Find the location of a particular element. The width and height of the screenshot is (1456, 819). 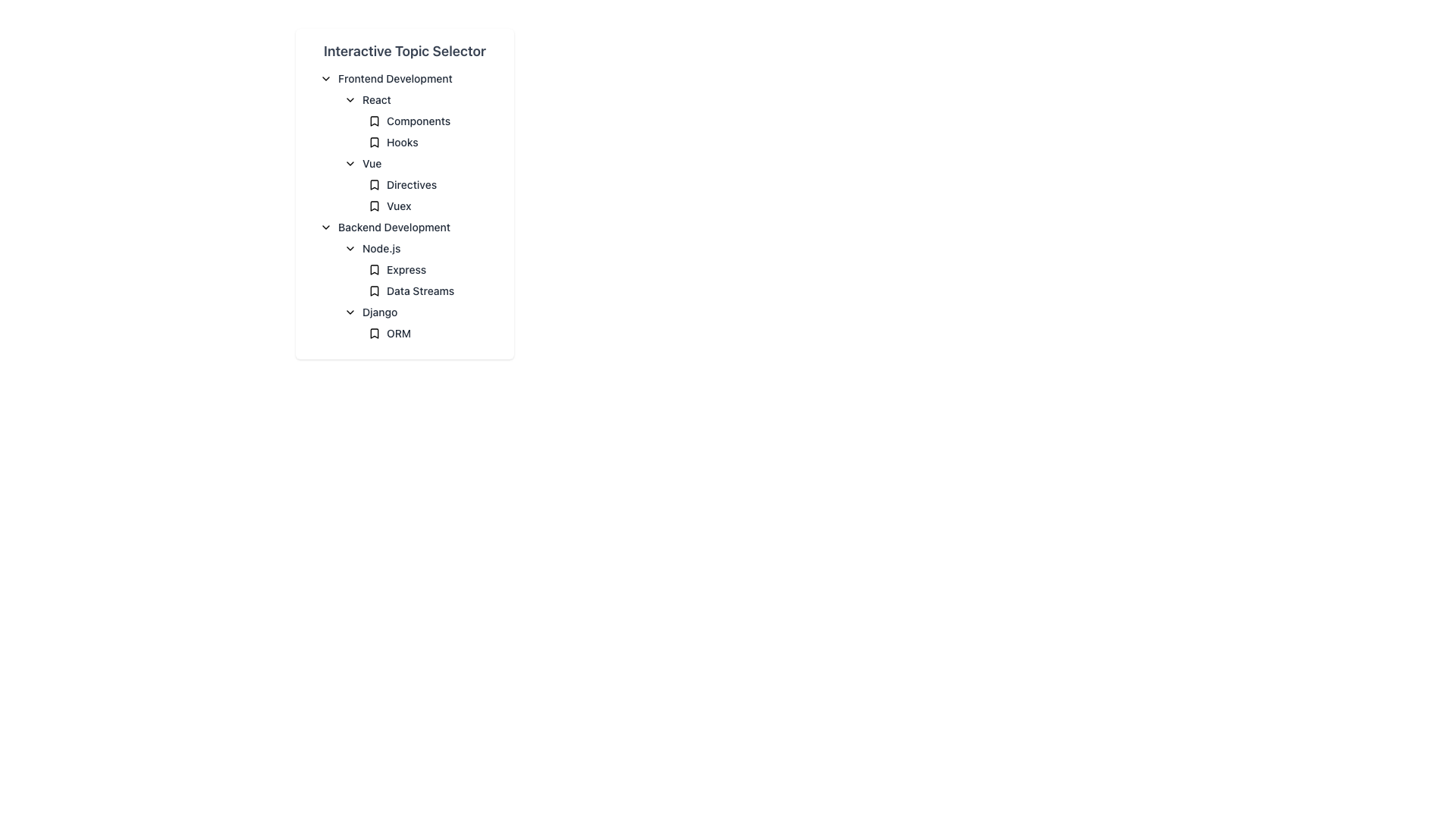

the bookmark-shaped icon located to the left of the 'Directives' text in the 'Vue' subsection of the Interactive Topic Selector is located at coordinates (375, 184).